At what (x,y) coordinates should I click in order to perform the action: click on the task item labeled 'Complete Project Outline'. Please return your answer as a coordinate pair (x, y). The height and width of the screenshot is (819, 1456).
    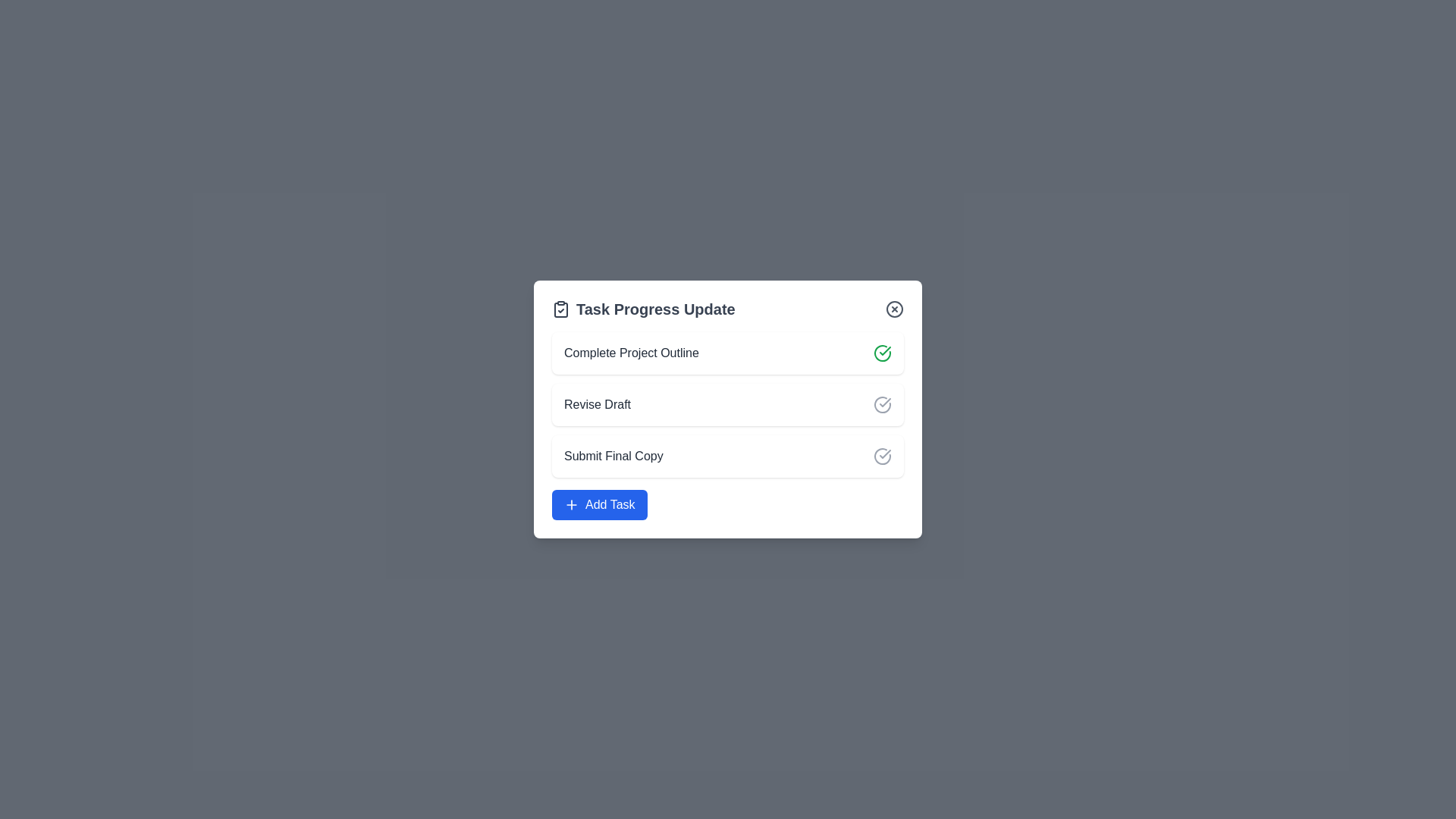
    Looking at the image, I should click on (728, 353).